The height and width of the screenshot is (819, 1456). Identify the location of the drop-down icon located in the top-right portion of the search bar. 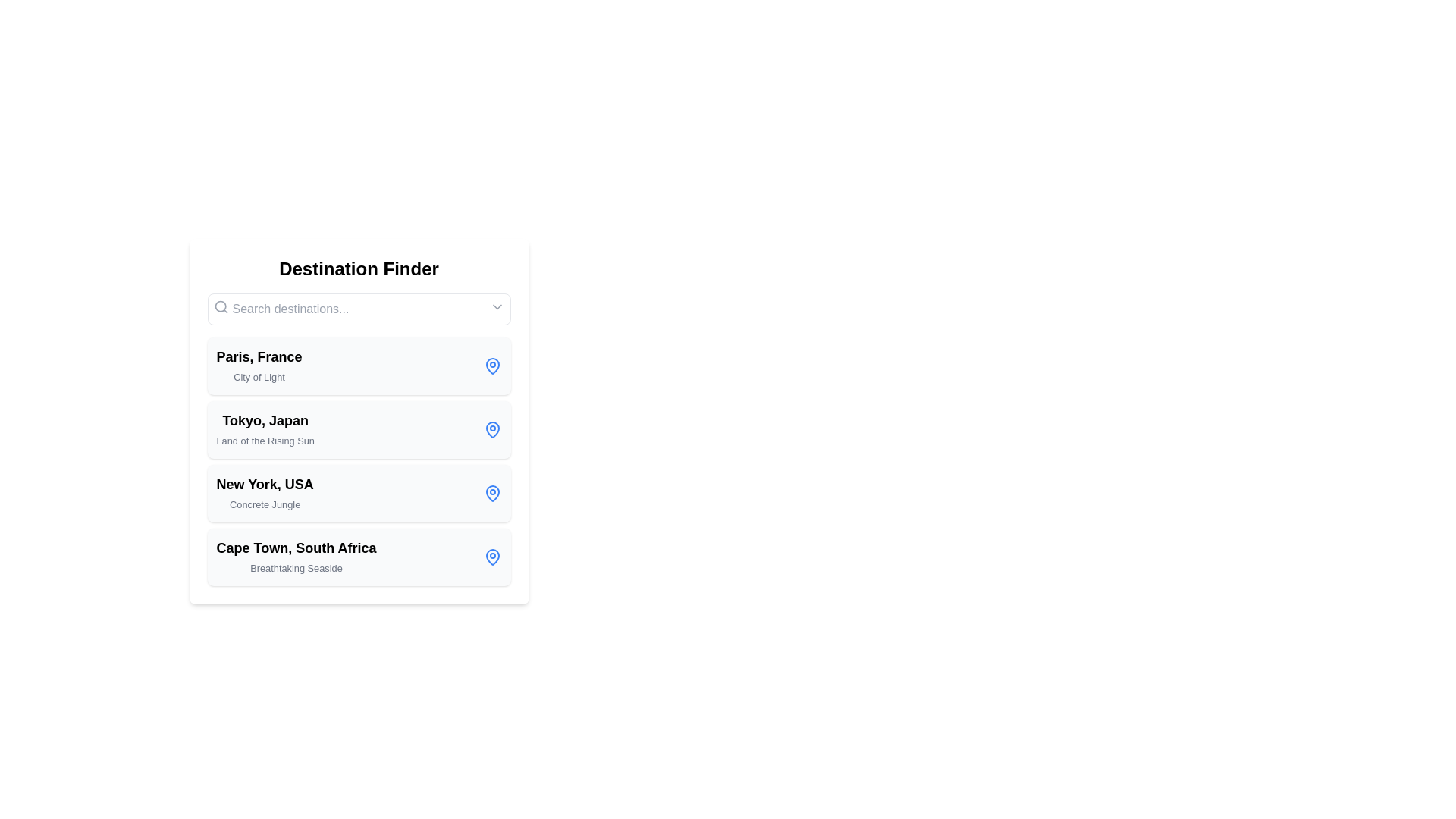
(497, 307).